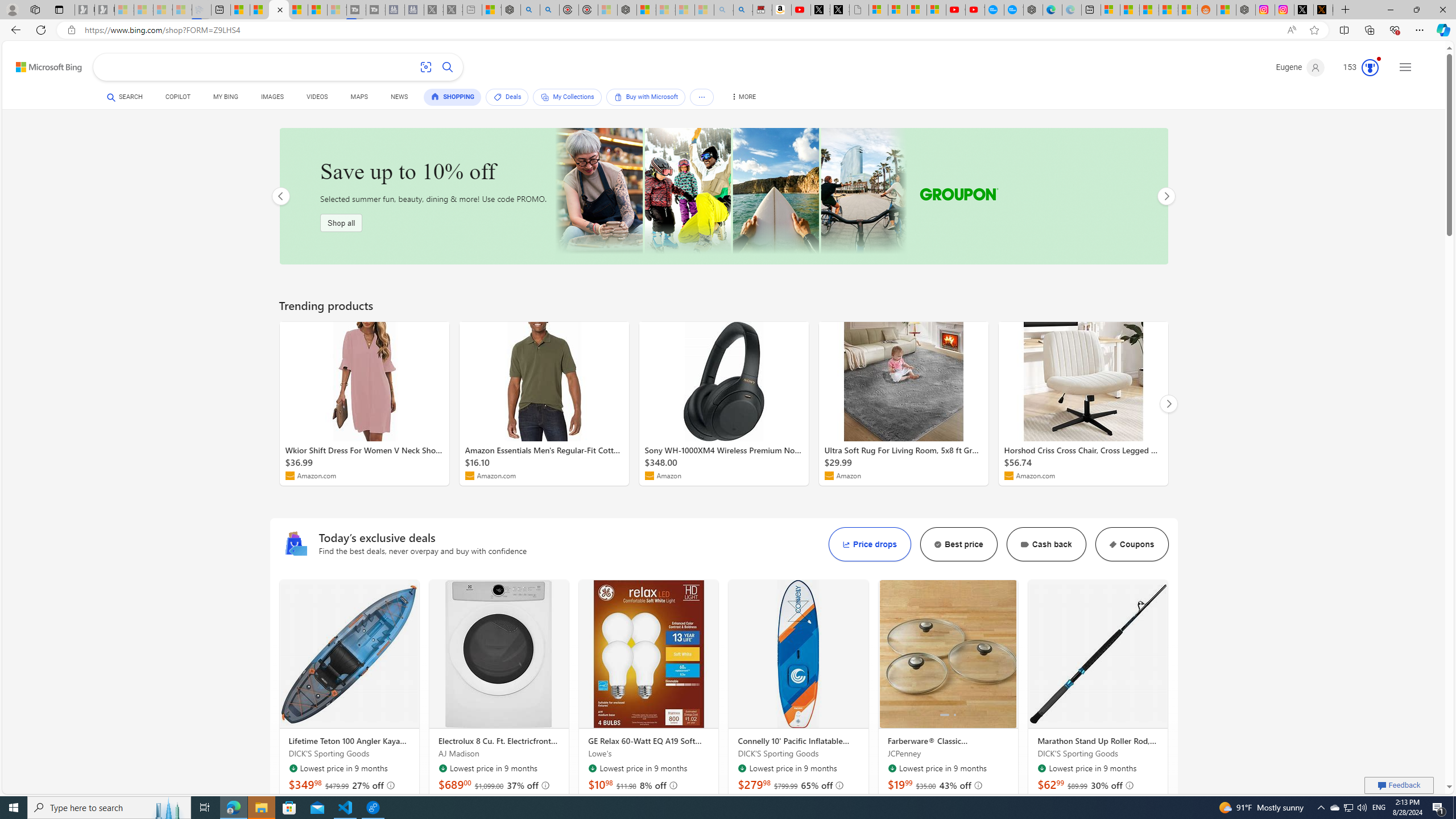 This screenshot has height=819, width=1456. What do you see at coordinates (645, 96) in the screenshot?
I see `'Buy with Microsoft'` at bounding box center [645, 96].